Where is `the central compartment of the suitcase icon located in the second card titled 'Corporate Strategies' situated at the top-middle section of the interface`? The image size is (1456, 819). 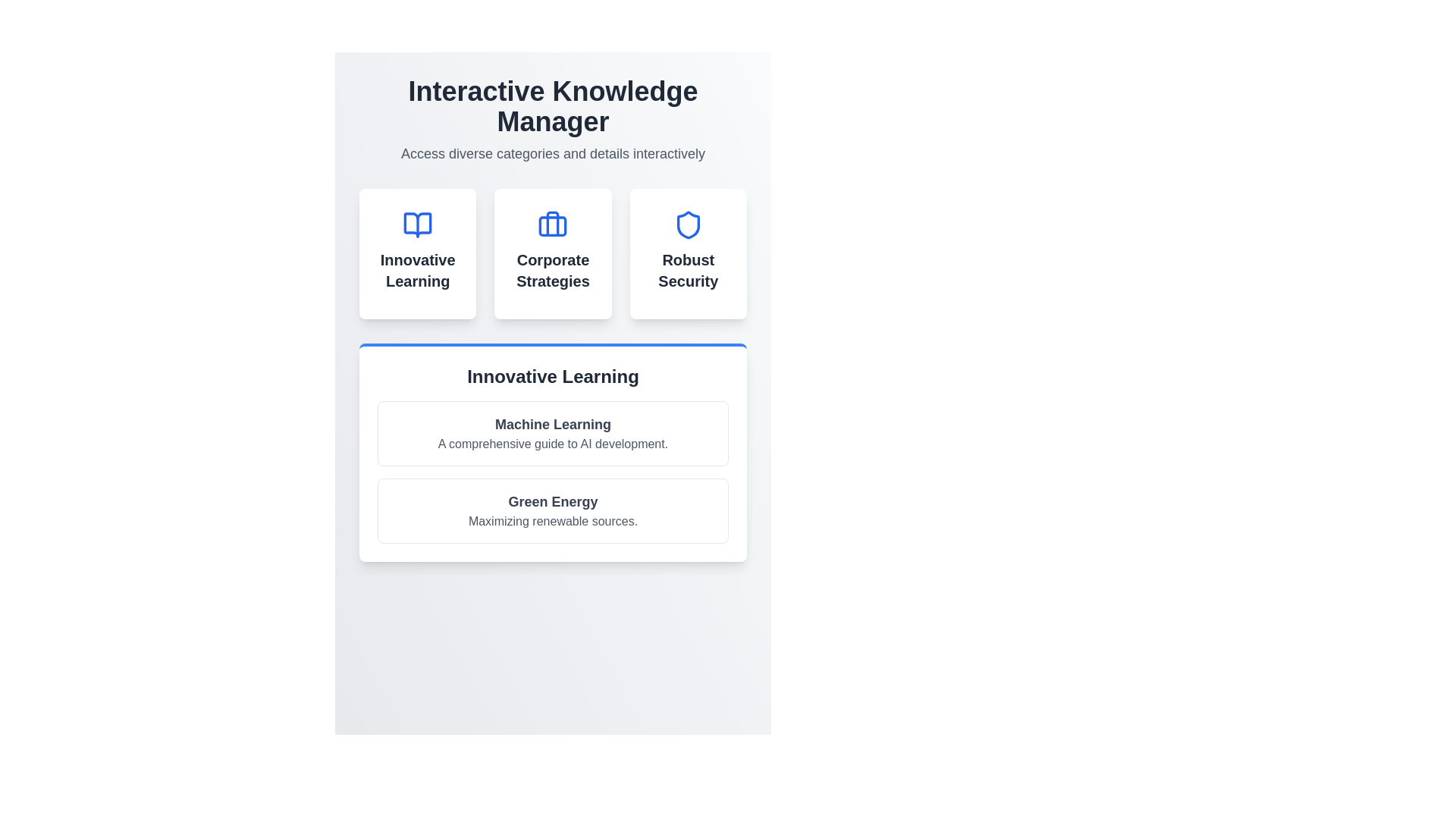
the central compartment of the suitcase icon located in the second card titled 'Corporate Strategies' situated at the top-middle section of the interface is located at coordinates (552, 226).